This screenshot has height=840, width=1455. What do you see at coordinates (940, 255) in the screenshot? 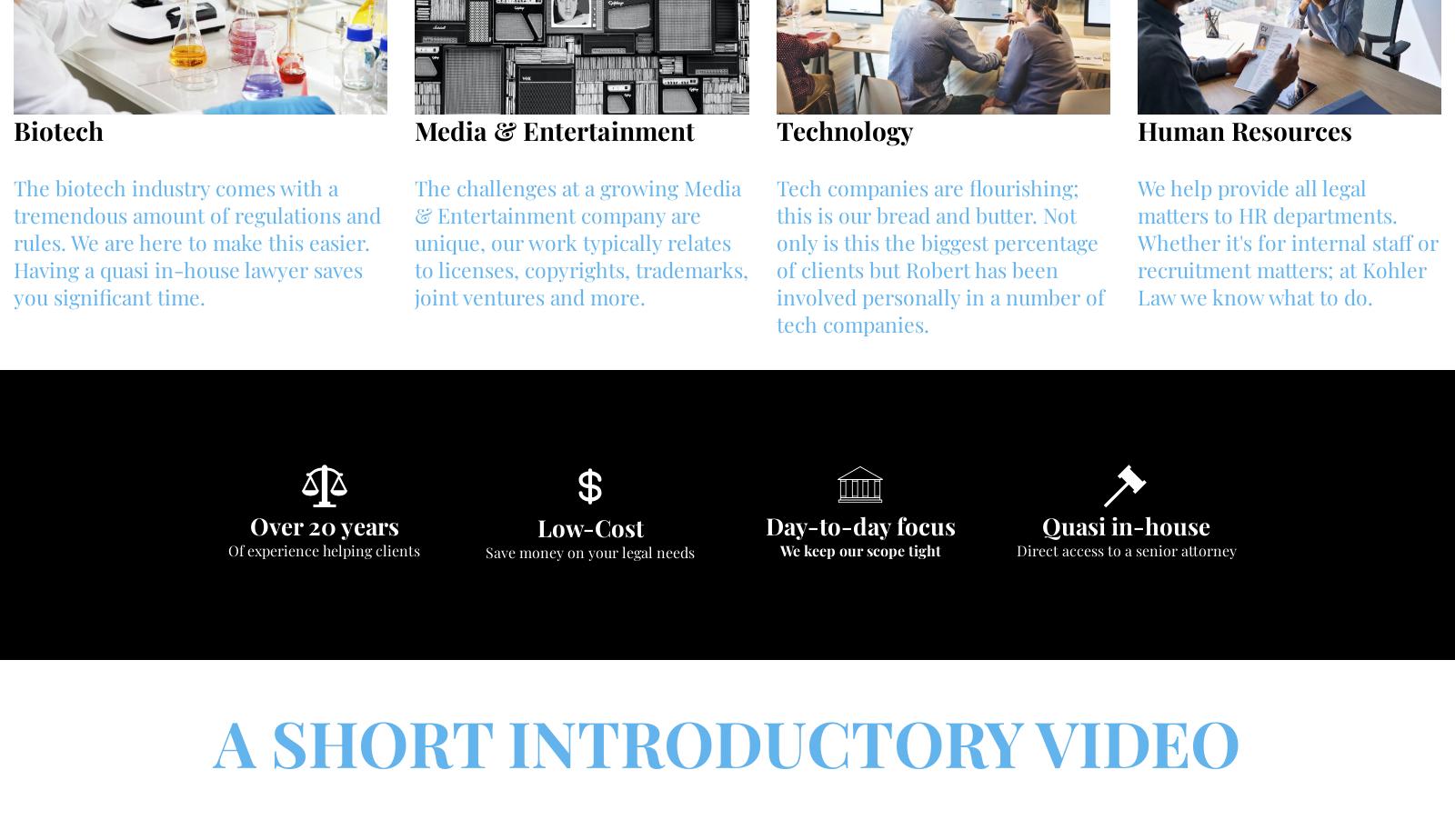
I see `'Tech companies are flourishing; this is our bread and butter. Not only is this the biggest percentage of clients but Robert has been involved personally in a number of tech companies.'` at bounding box center [940, 255].